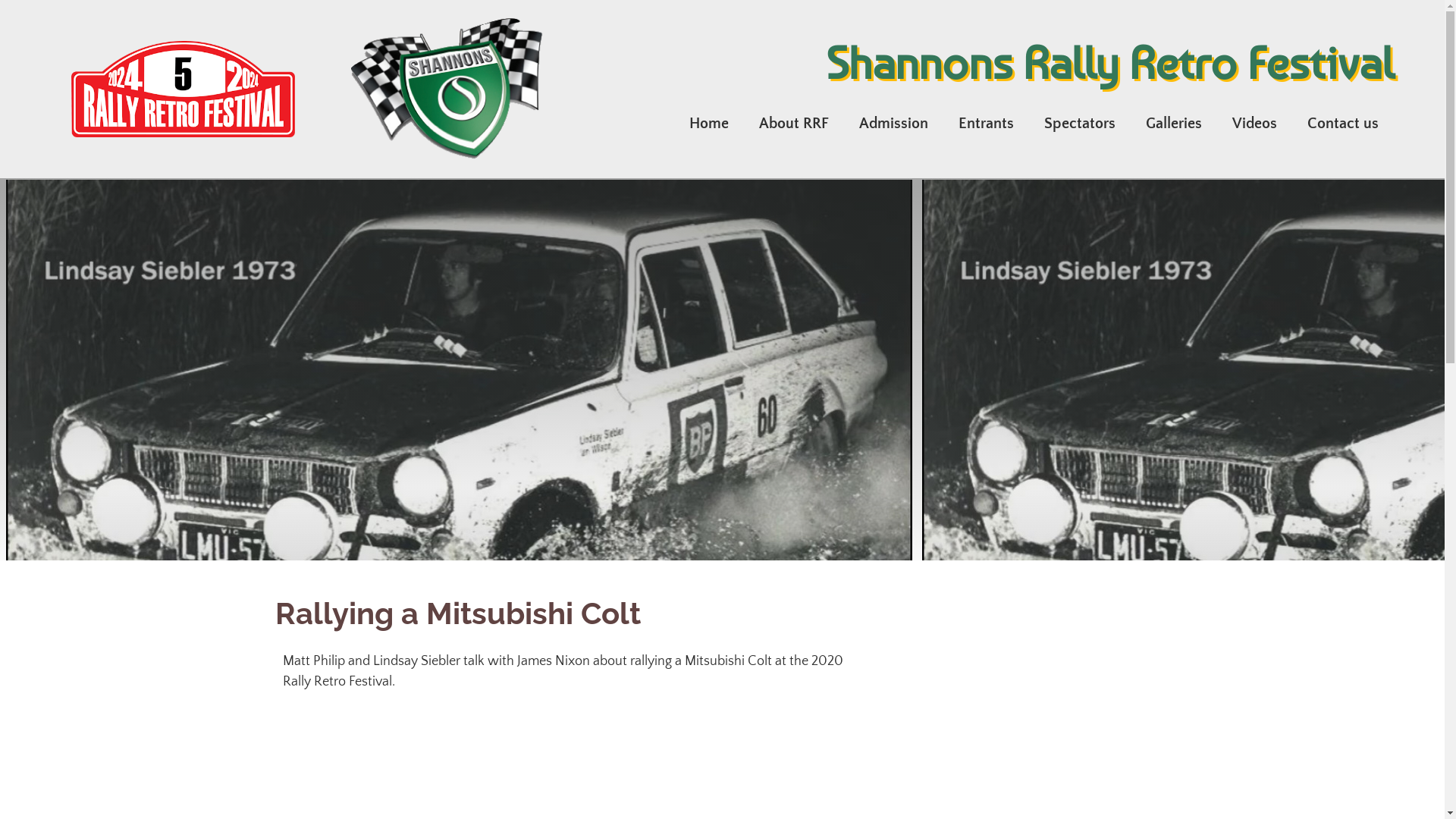 Image resolution: width=1456 pixels, height=819 pixels. What do you see at coordinates (1254, 122) in the screenshot?
I see `'Videos'` at bounding box center [1254, 122].